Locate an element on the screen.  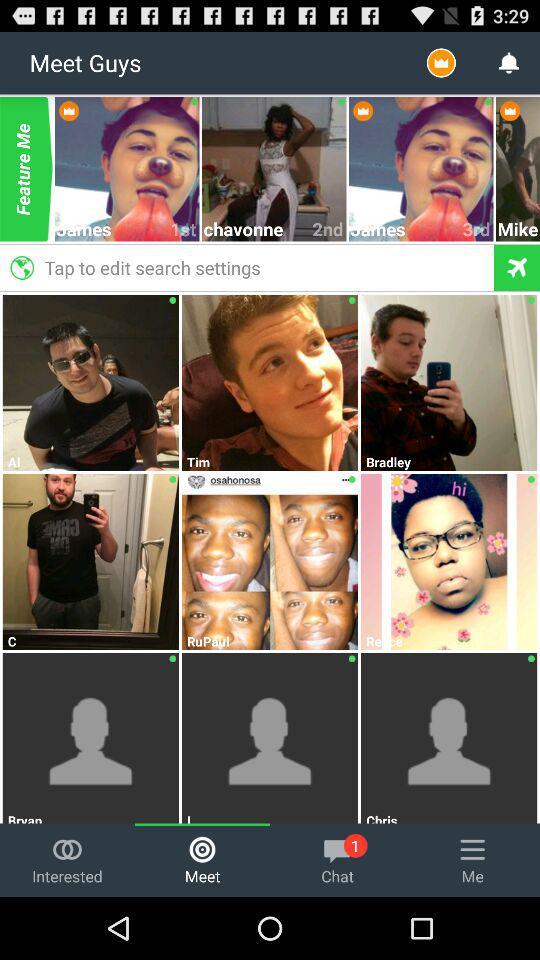
icon next to chavonne is located at coordinates (328, 229).